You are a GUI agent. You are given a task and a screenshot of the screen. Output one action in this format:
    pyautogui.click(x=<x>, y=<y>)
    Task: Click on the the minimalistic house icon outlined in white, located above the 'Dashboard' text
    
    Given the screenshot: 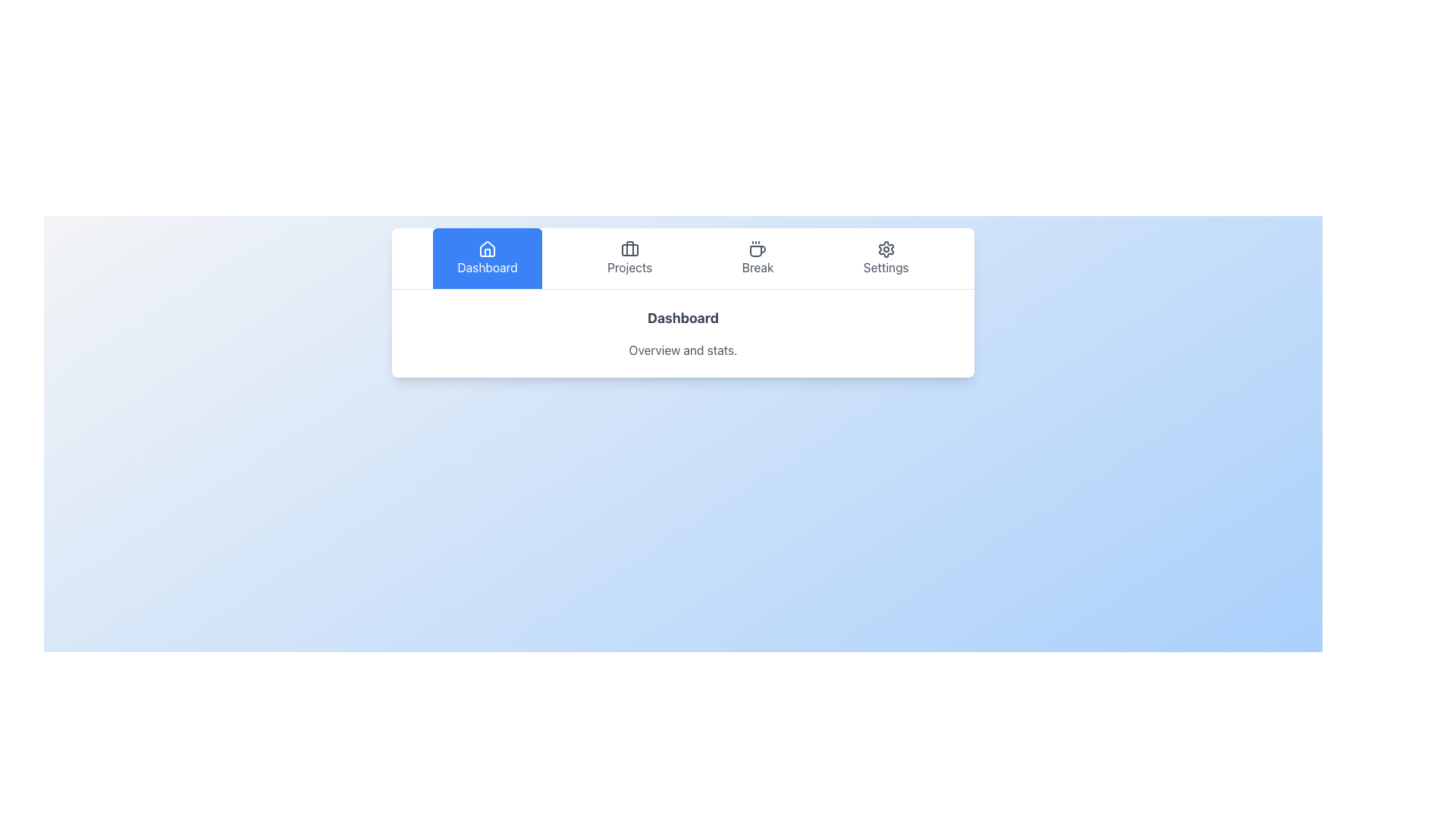 What is the action you would take?
    pyautogui.click(x=488, y=248)
    